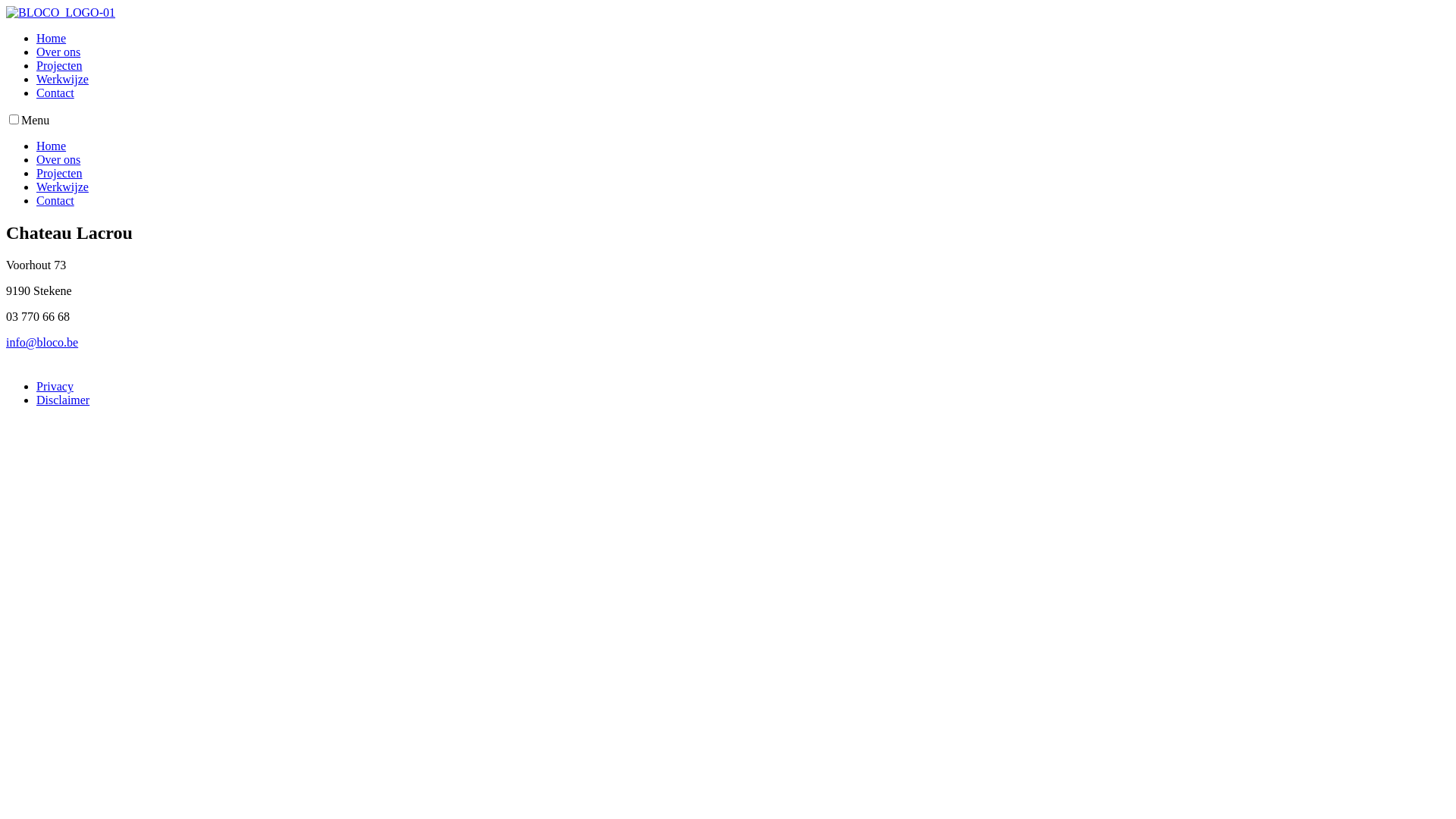  Describe the element at coordinates (55, 93) in the screenshot. I see `'Contact'` at that location.